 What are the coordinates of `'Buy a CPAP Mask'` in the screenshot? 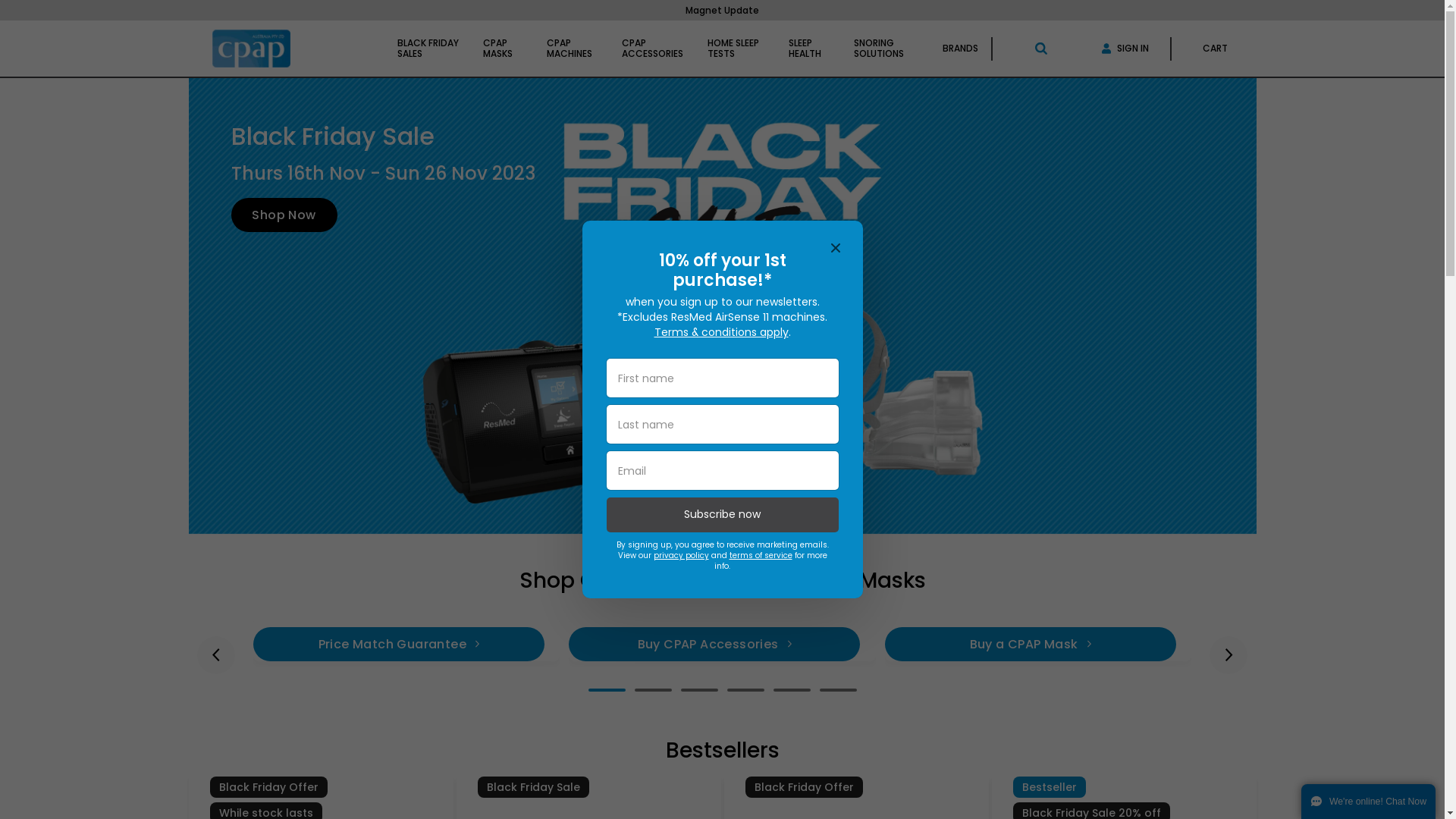 It's located at (1030, 644).